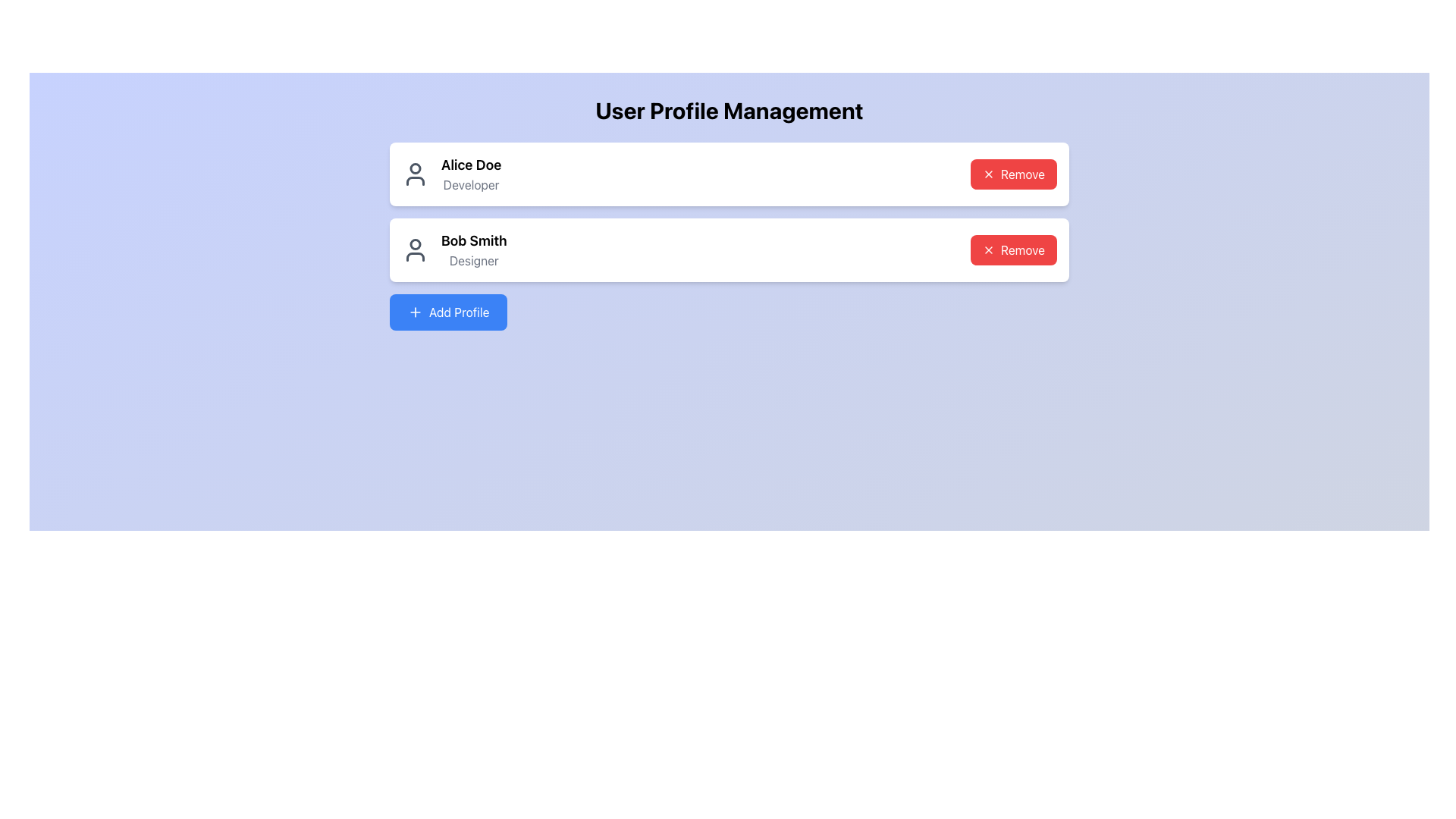  Describe the element at coordinates (450, 174) in the screenshot. I see `the first profile entry in the user profiles list, which displays the name and role of a user with an associated profile icon` at that location.